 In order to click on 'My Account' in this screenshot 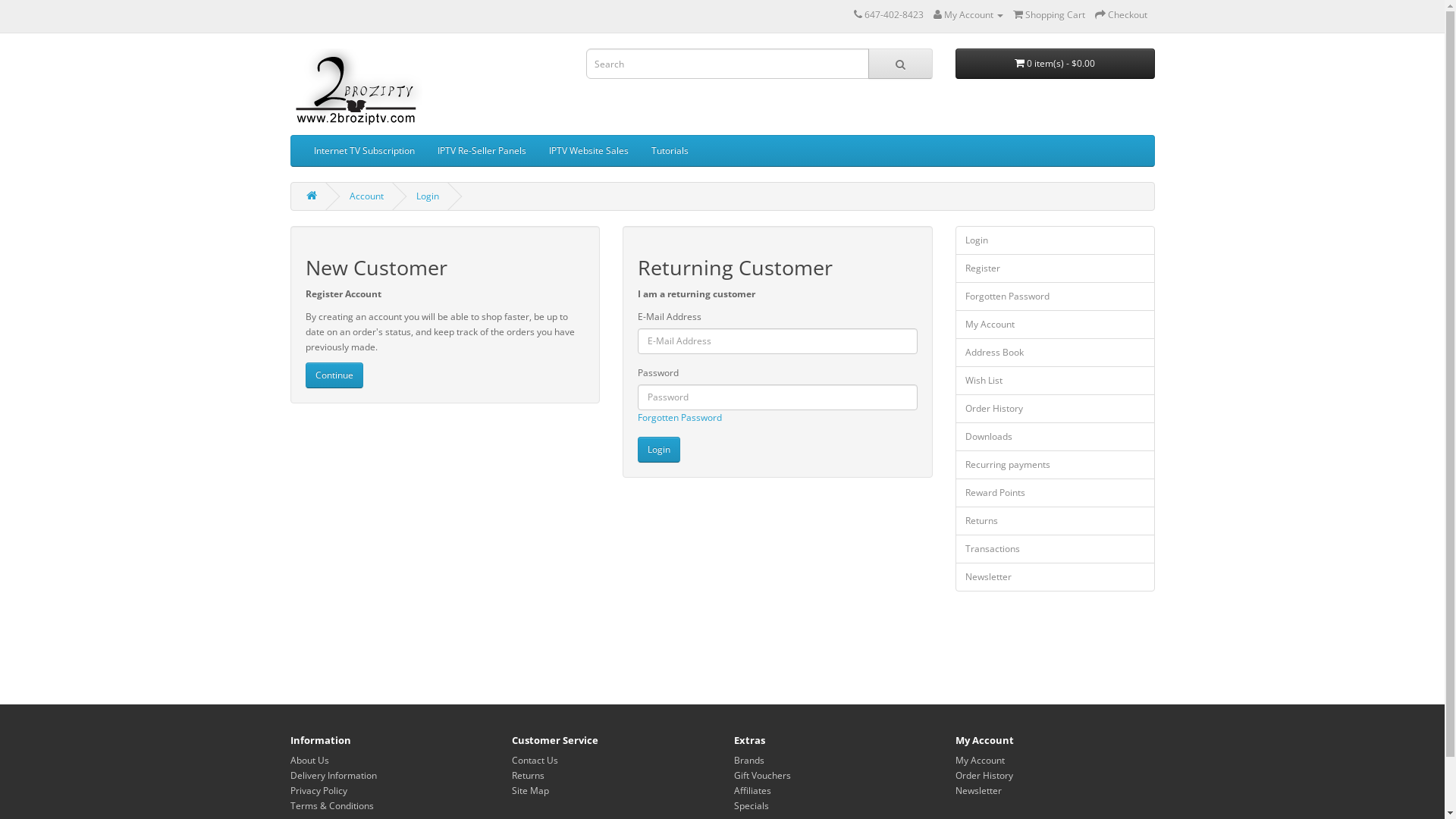, I will do `click(967, 14)`.